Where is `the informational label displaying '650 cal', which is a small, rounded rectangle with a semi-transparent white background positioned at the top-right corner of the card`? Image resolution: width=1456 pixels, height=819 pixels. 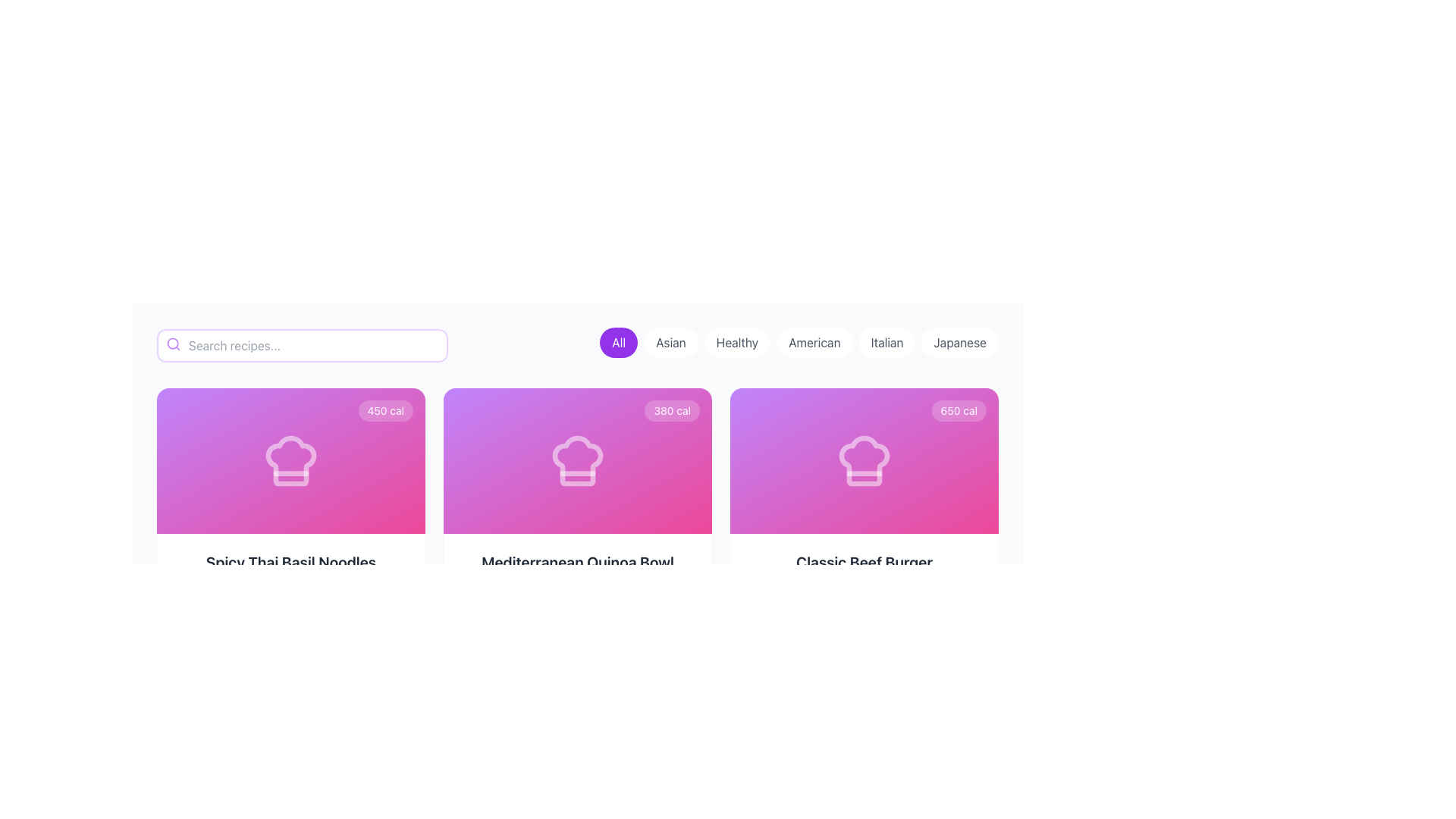
the informational label displaying '650 cal', which is a small, rounded rectangle with a semi-transparent white background positioned at the top-right corner of the card is located at coordinates (958, 411).